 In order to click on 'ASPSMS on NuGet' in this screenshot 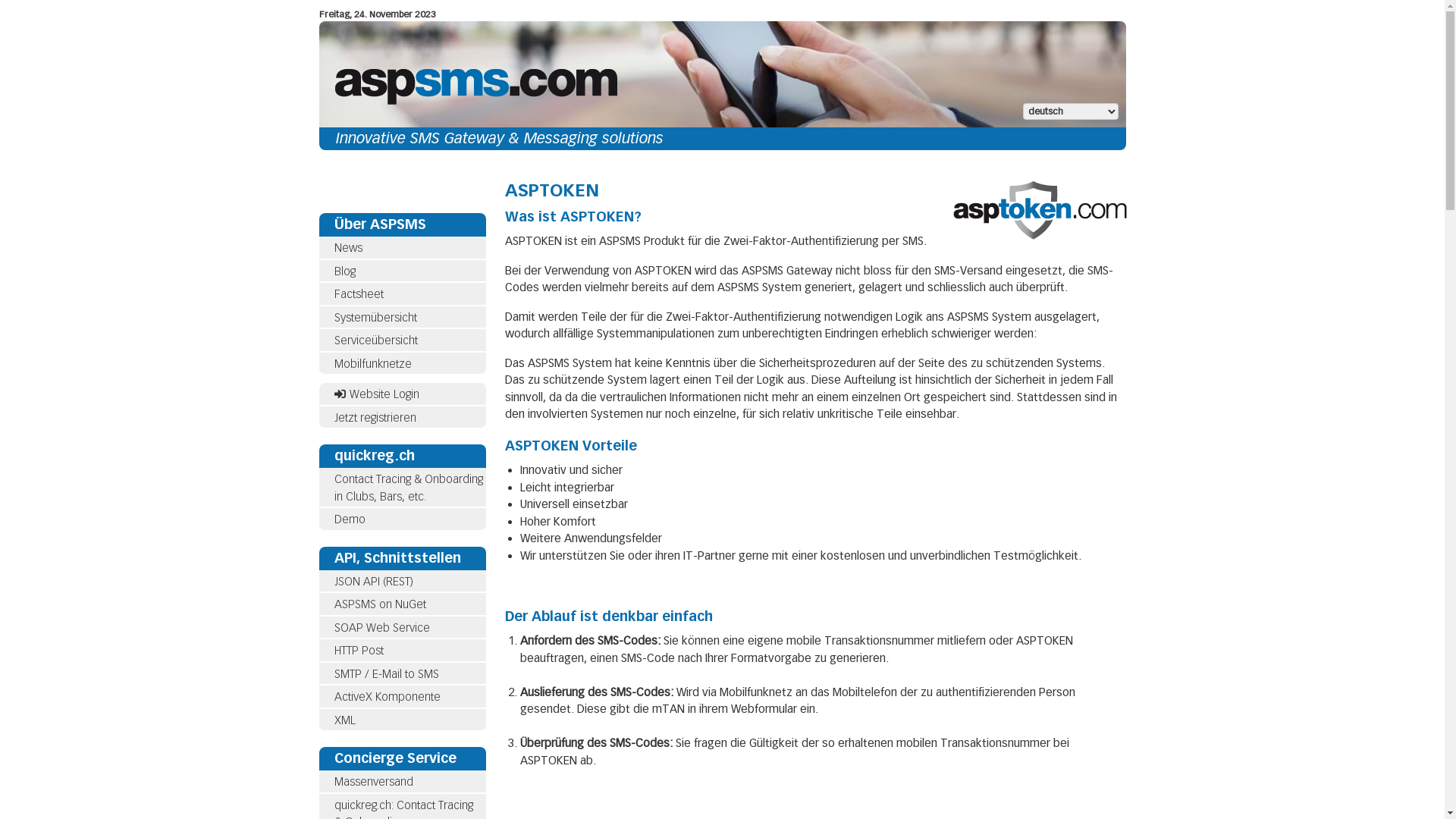, I will do `click(401, 604)`.